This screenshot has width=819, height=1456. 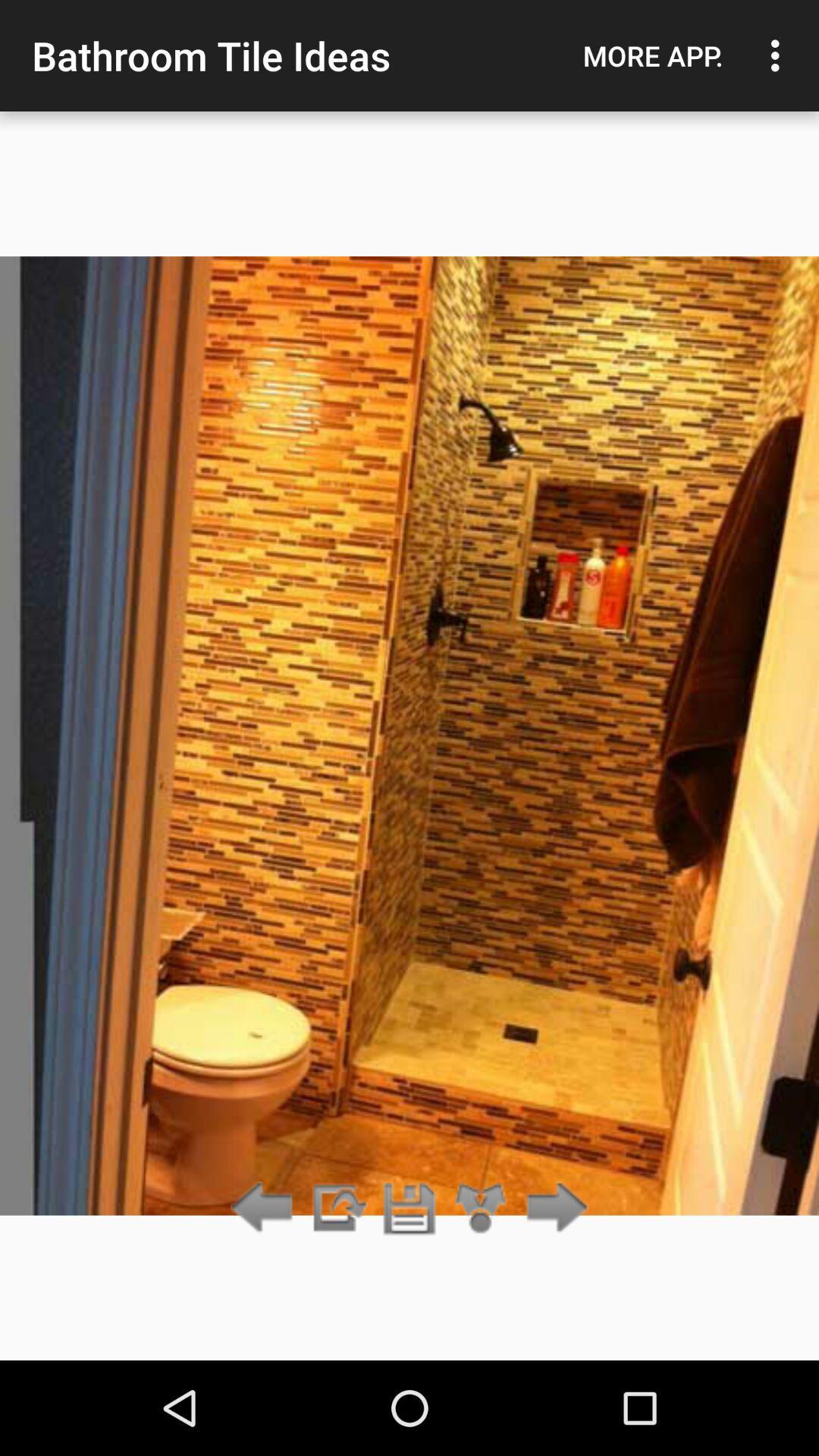 I want to click on item below bathroom tile ideas, so click(x=409, y=1208).